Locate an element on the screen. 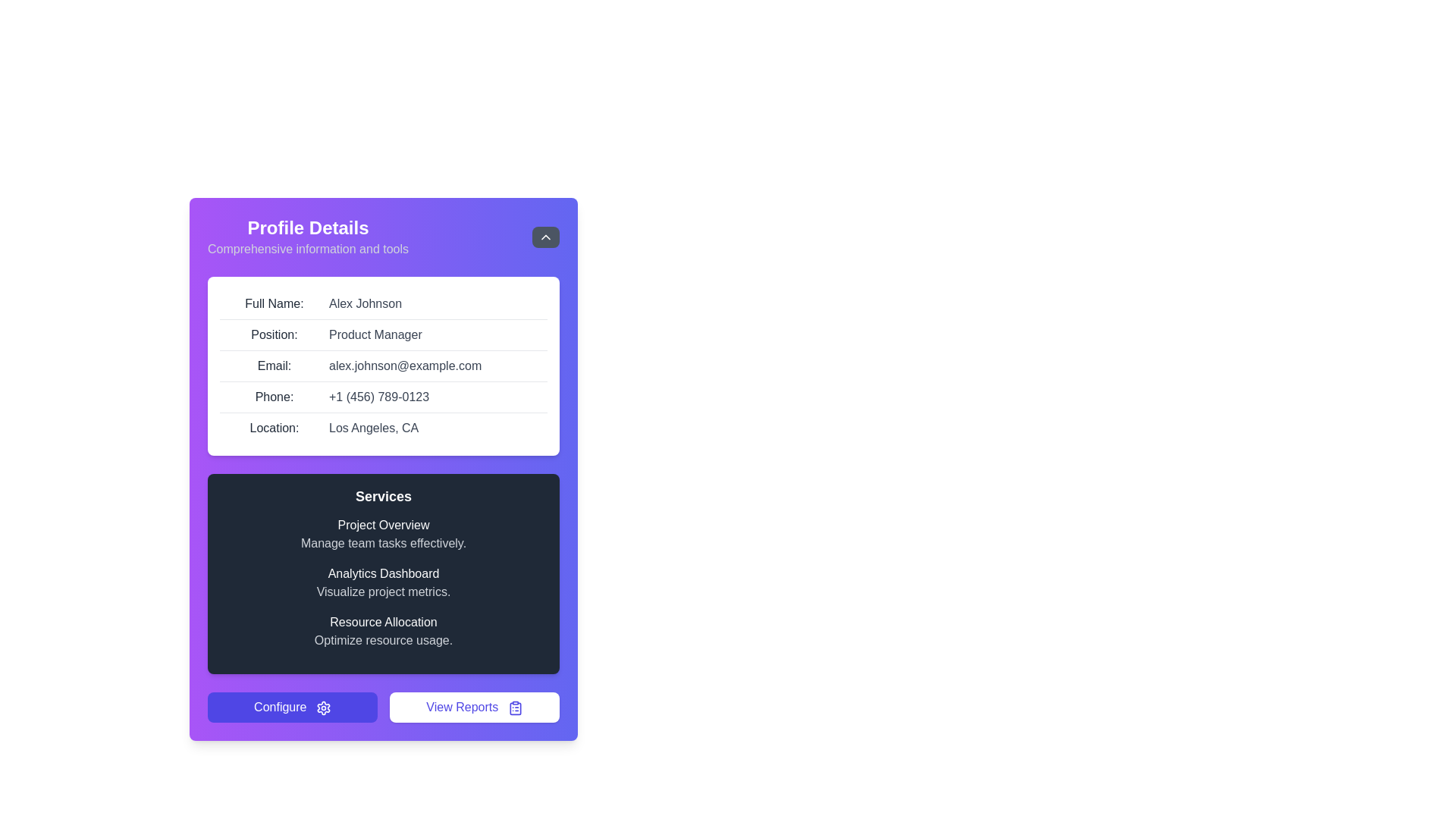  the static text display labeled 'Position:' which shows the value 'Product Manager' located in the second row of the information card is located at coordinates (383, 334).